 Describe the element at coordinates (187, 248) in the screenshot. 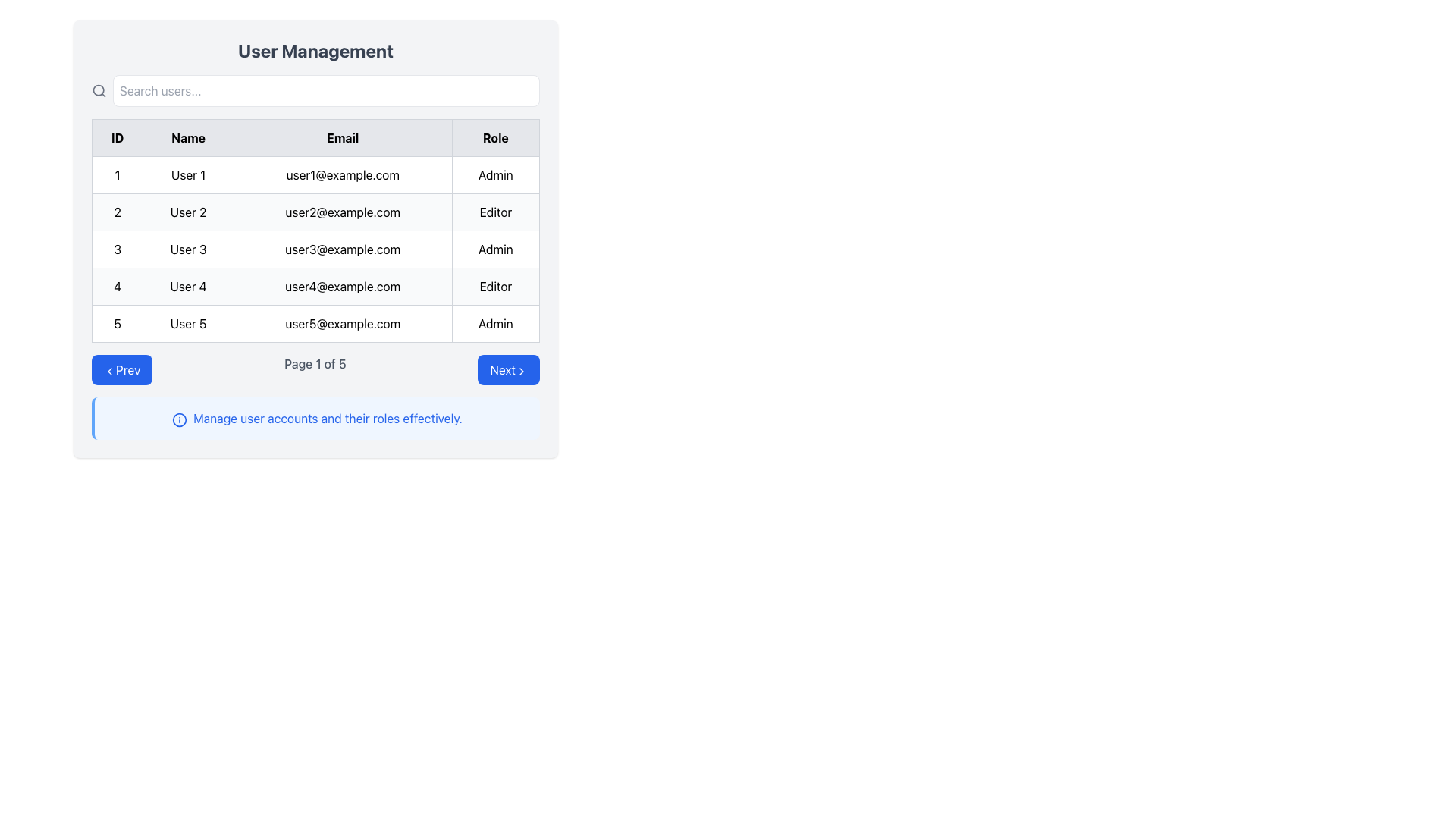

I see `the Static Text label displaying the name associated with the third entry in the table, located between the 'ID: 3' and 'Email: user3@example.com' cells` at that location.